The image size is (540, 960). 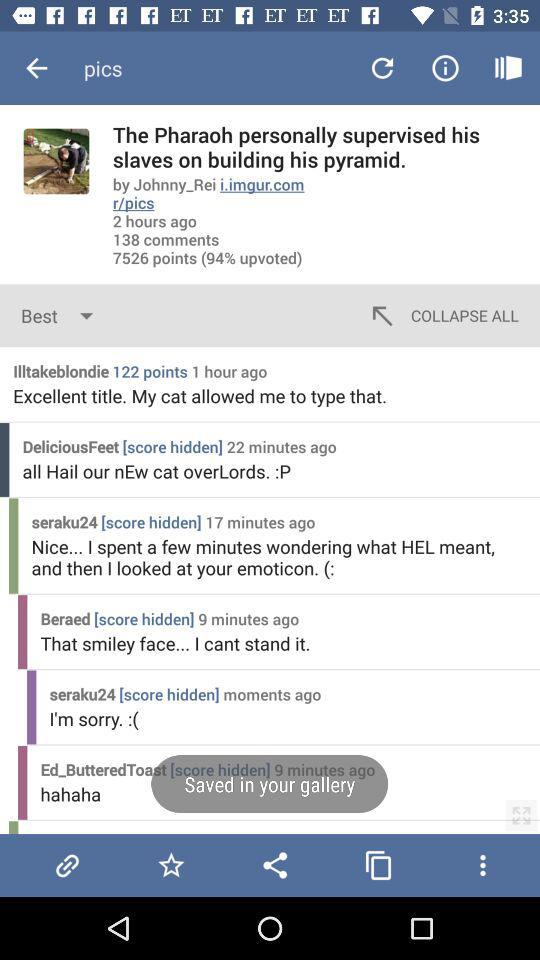 What do you see at coordinates (521, 815) in the screenshot?
I see `icon next to the hahaha icon` at bounding box center [521, 815].